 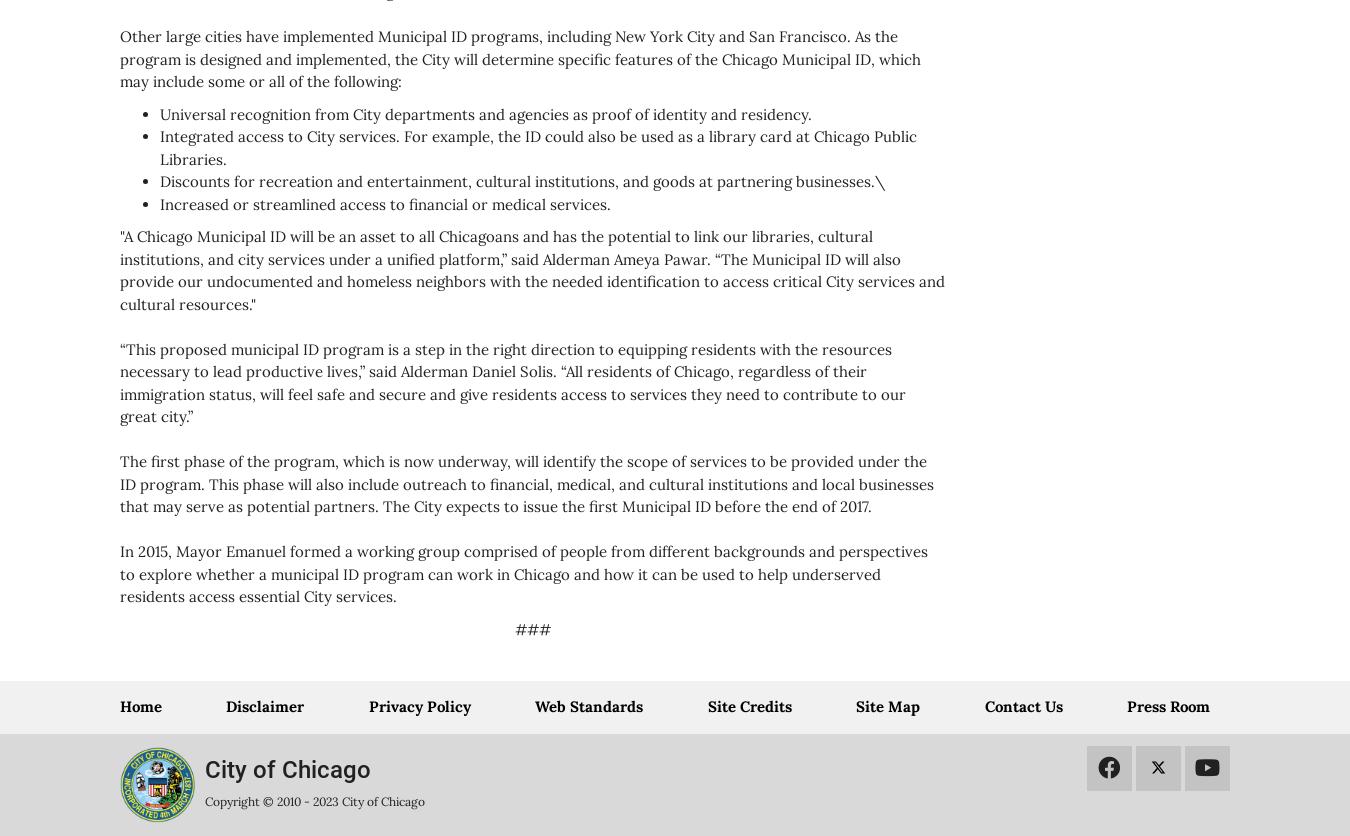 I want to click on 'Press Room', so click(x=1166, y=706).